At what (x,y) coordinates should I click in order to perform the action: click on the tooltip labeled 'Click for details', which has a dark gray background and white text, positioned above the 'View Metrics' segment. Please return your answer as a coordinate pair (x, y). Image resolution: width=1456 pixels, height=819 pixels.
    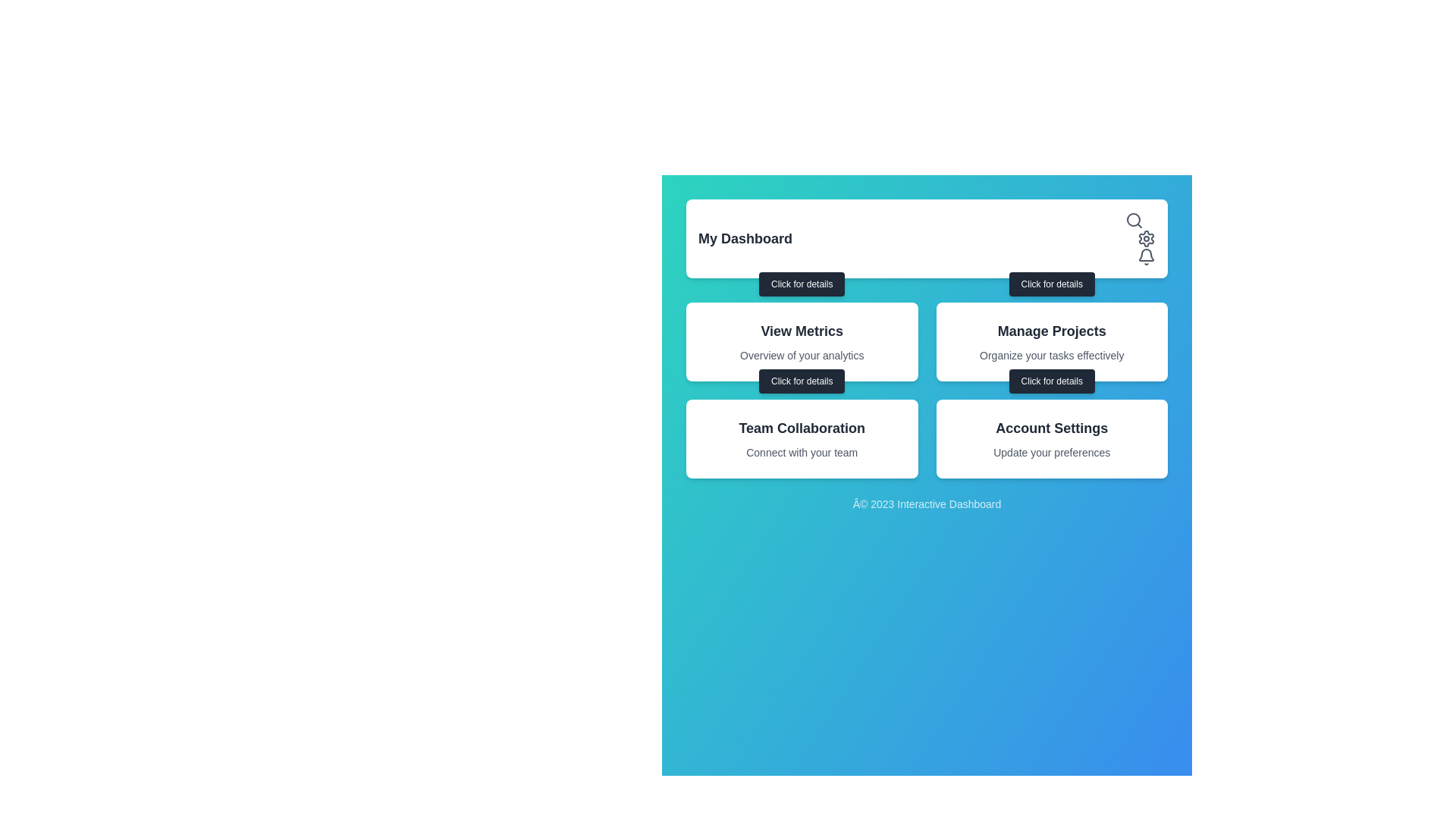
    Looking at the image, I should click on (801, 284).